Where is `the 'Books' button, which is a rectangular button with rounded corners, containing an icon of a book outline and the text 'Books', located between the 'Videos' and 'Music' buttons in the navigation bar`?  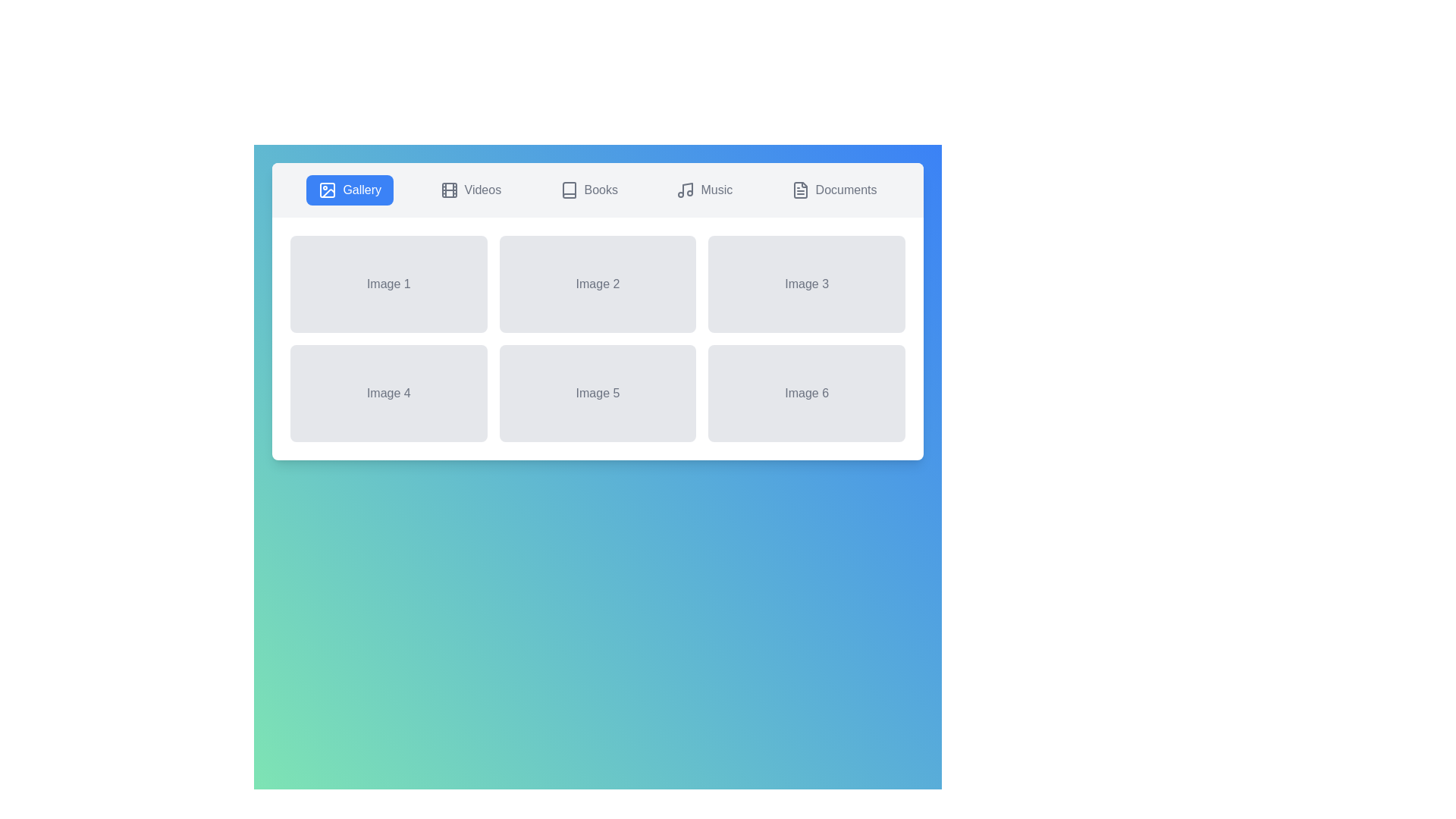 the 'Books' button, which is a rectangular button with rounded corners, containing an icon of a book outline and the text 'Books', located between the 'Videos' and 'Music' buttons in the navigation bar is located at coordinates (588, 189).